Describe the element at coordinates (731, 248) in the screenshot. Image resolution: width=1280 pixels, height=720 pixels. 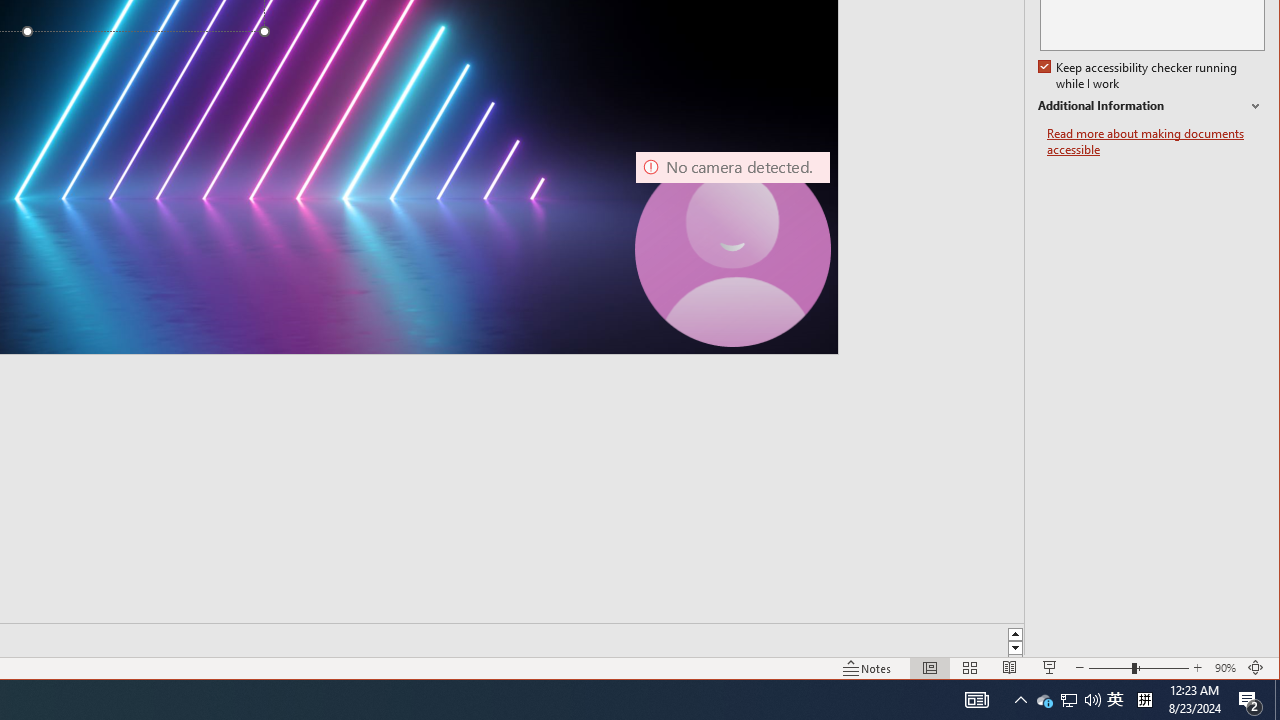
I see `'Camera 7, No camera detected.'` at that location.